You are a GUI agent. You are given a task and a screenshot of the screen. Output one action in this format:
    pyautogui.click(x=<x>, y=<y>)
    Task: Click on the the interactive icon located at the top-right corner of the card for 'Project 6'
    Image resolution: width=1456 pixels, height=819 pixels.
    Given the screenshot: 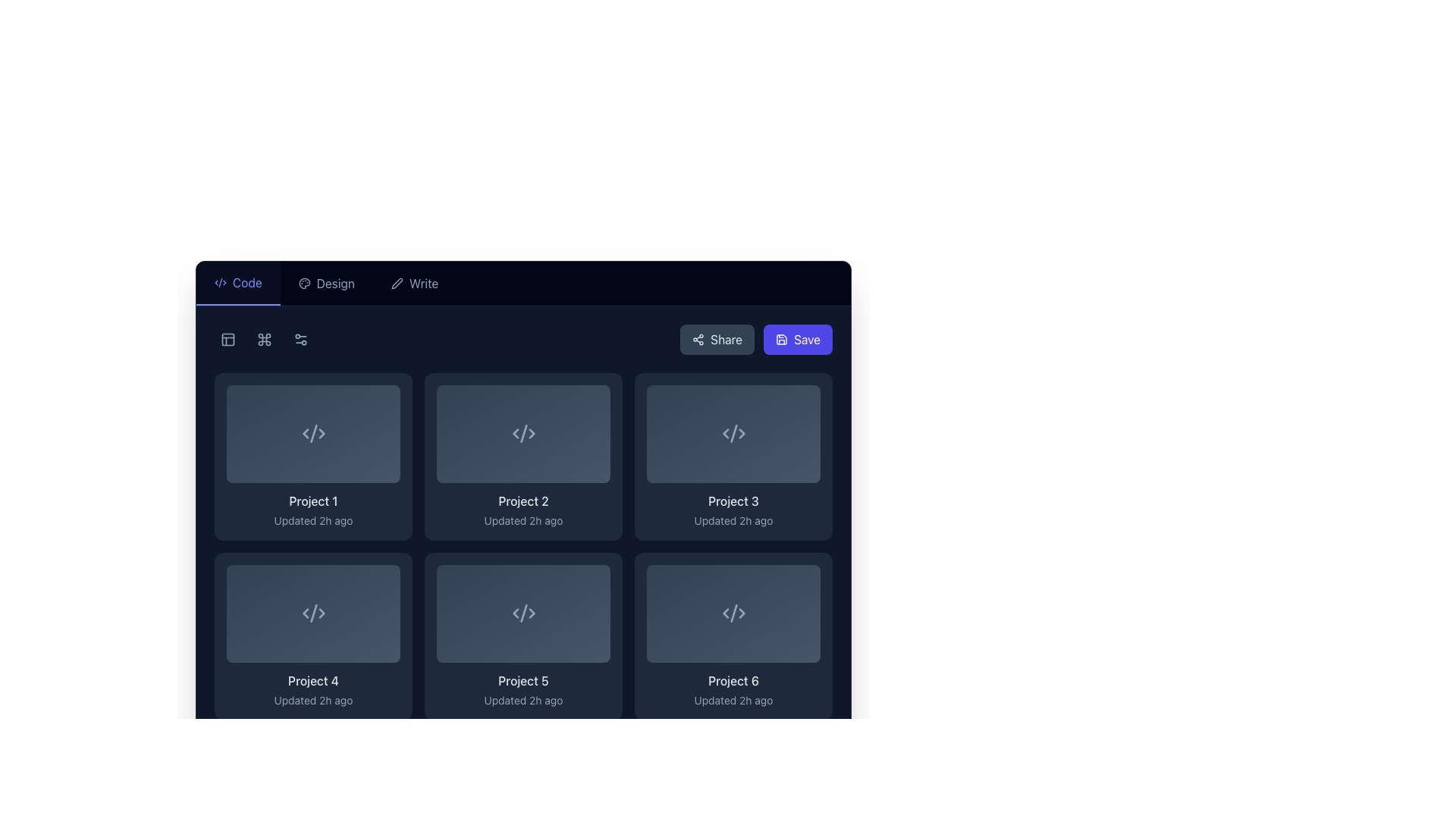 What is the action you would take?
    pyautogui.click(x=817, y=567)
    